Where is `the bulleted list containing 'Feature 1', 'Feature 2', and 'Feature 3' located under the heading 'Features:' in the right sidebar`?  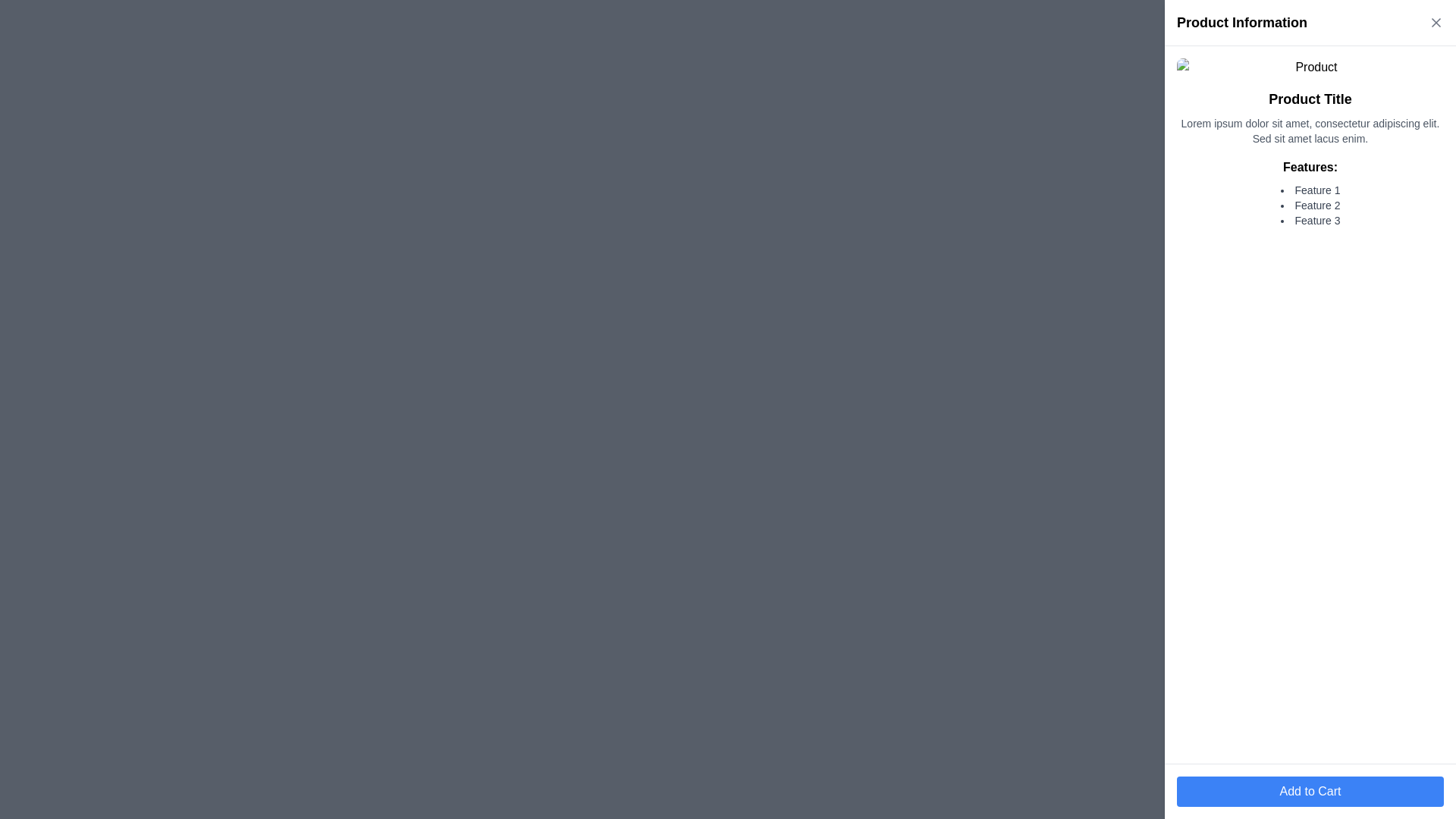
the bulleted list containing 'Feature 1', 'Feature 2', and 'Feature 3' located under the heading 'Features:' in the right sidebar is located at coordinates (1310, 205).